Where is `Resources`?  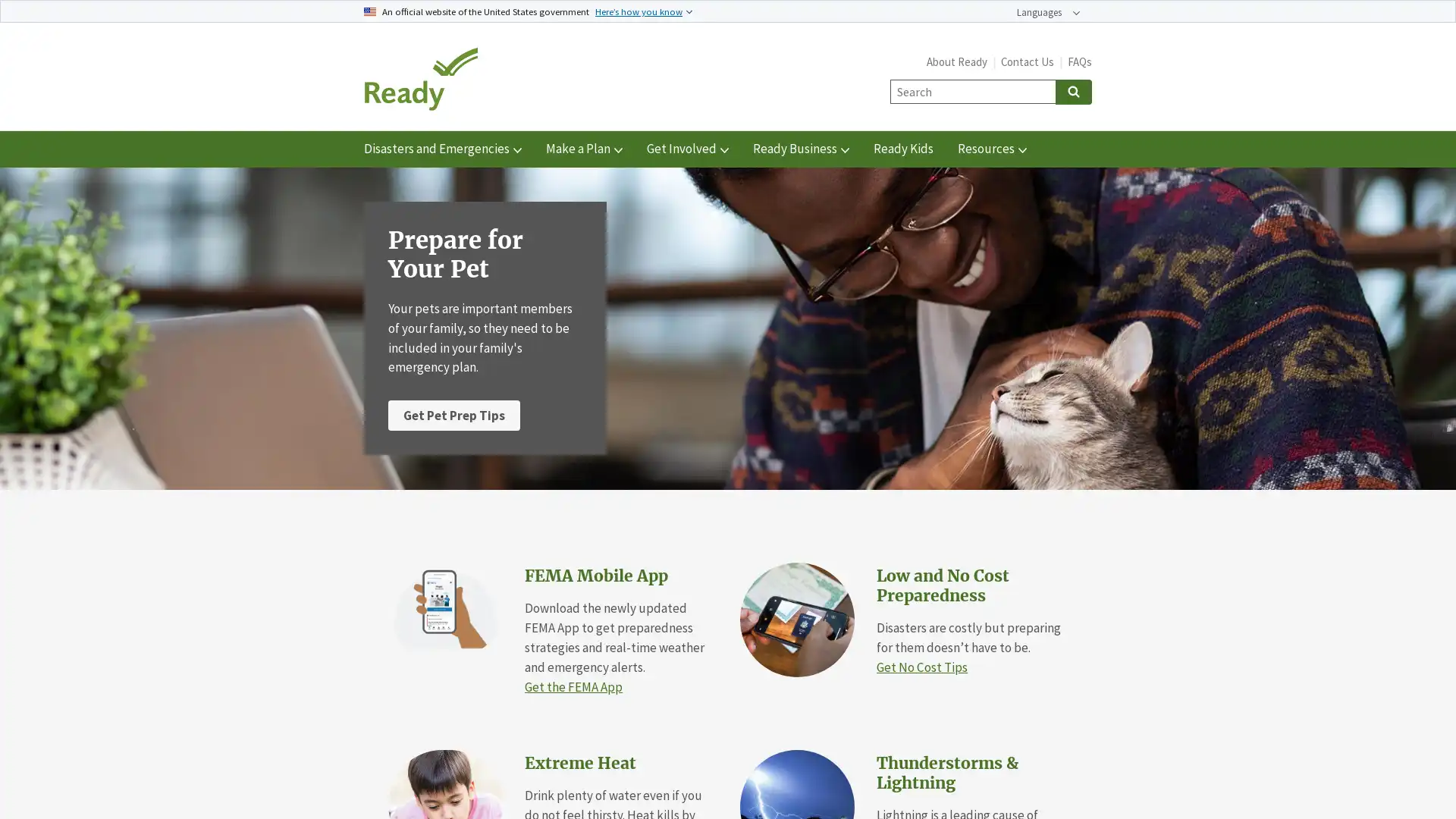 Resources is located at coordinates (992, 149).